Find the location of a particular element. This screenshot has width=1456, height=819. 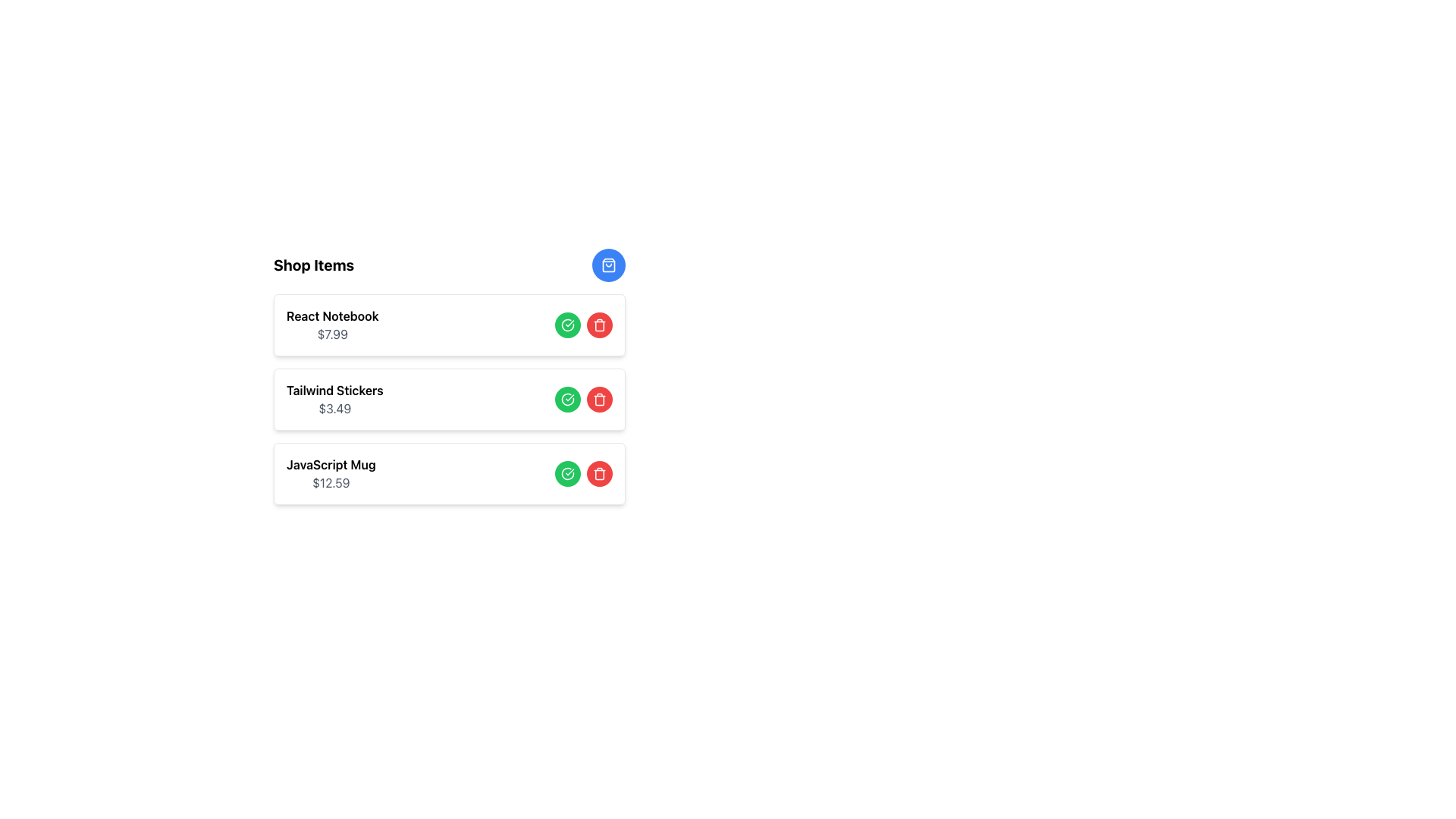

price text displayed for the 'React Notebook' item, which is located directly under the label in the shop list is located at coordinates (331, 333).